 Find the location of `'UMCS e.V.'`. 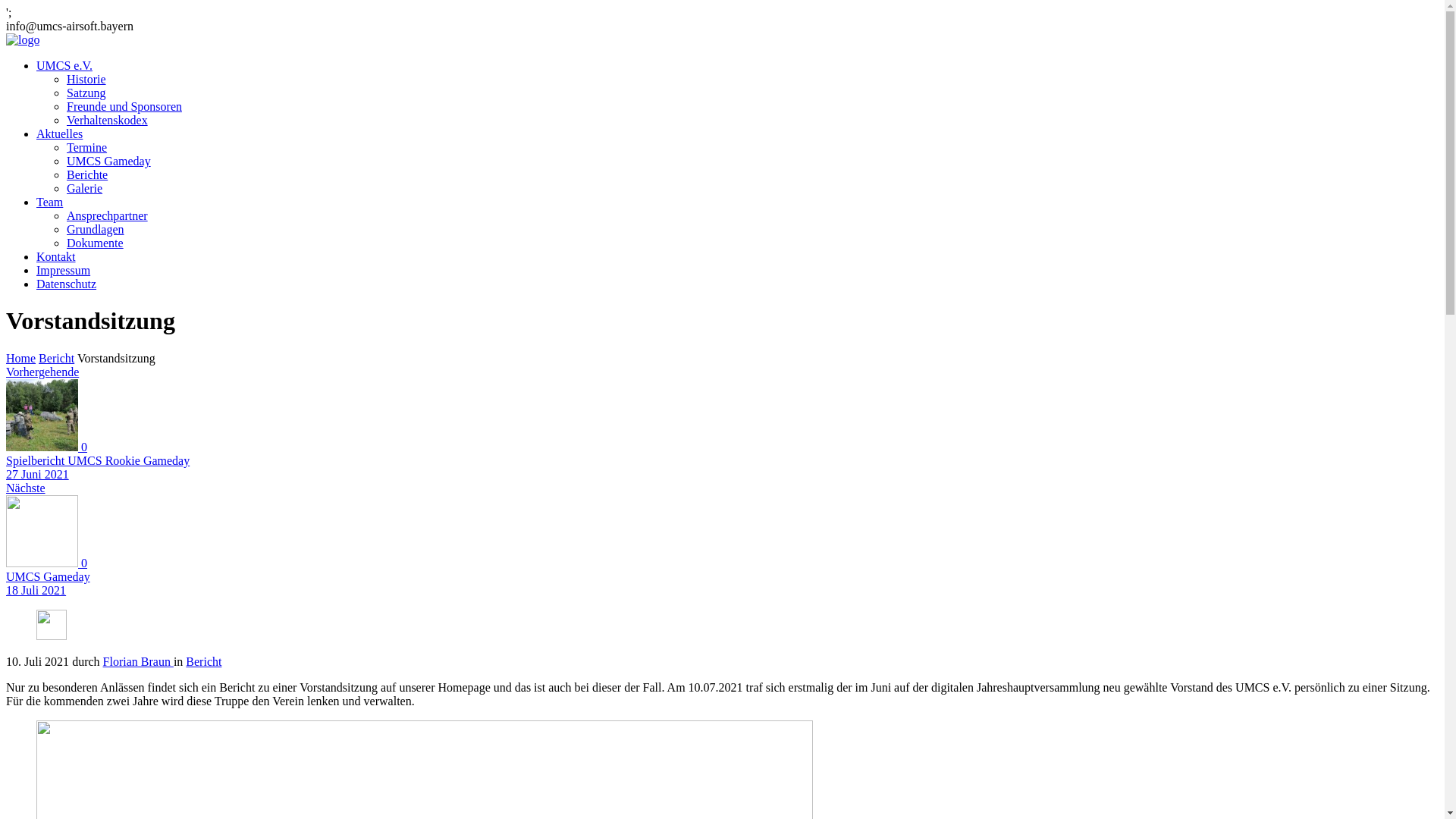

'UMCS e.V.' is located at coordinates (64, 64).